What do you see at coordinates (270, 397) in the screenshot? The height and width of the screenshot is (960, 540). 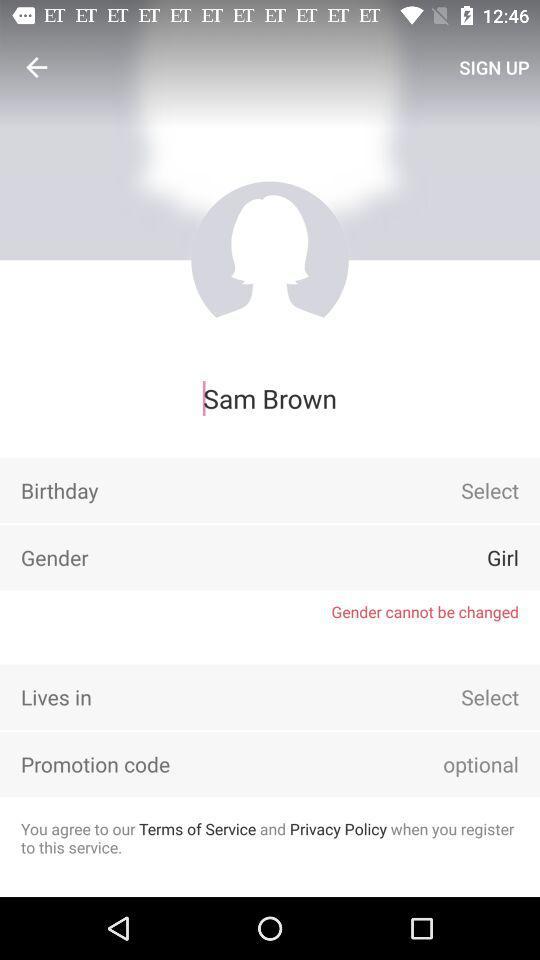 I see `item above the birthday` at bounding box center [270, 397].